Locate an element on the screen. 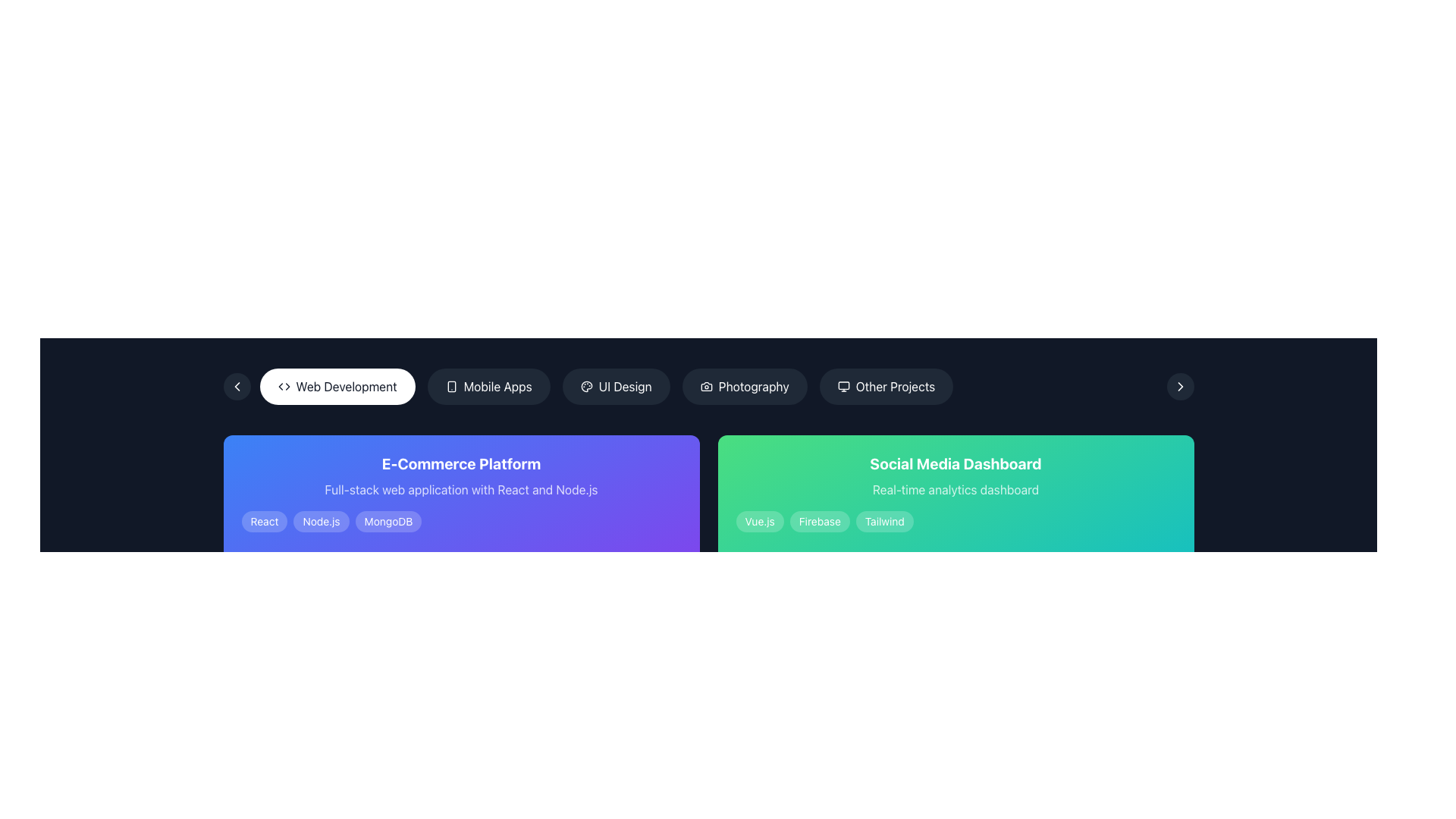  the 'Mobile Apps' icon located inside the button labeled 'Mobile Apps' in the top center horizontal navigation bar is located at coordinates (450, 385).